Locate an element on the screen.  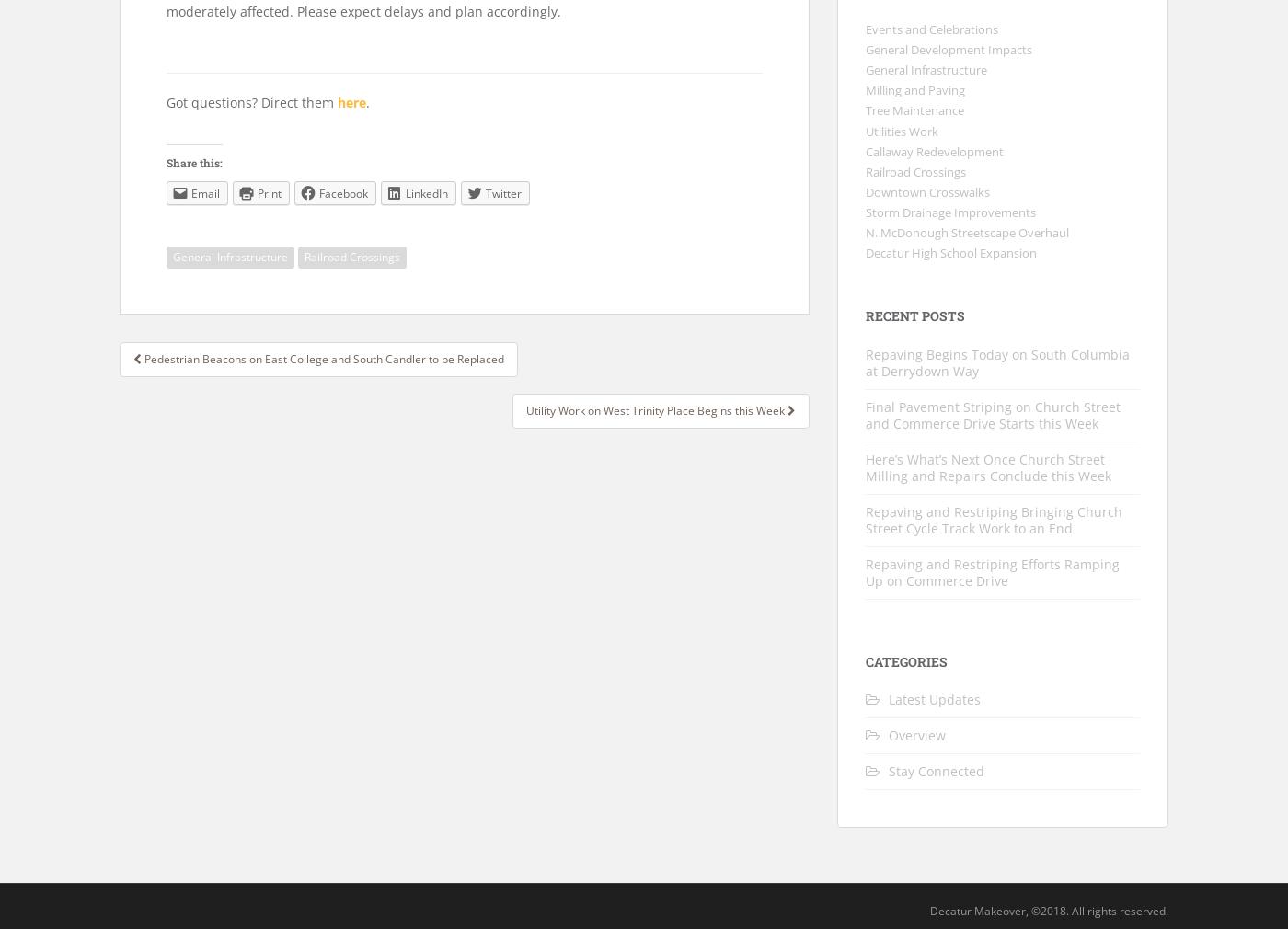
'Events and Celebrations' is located at coordinates (932, 29).